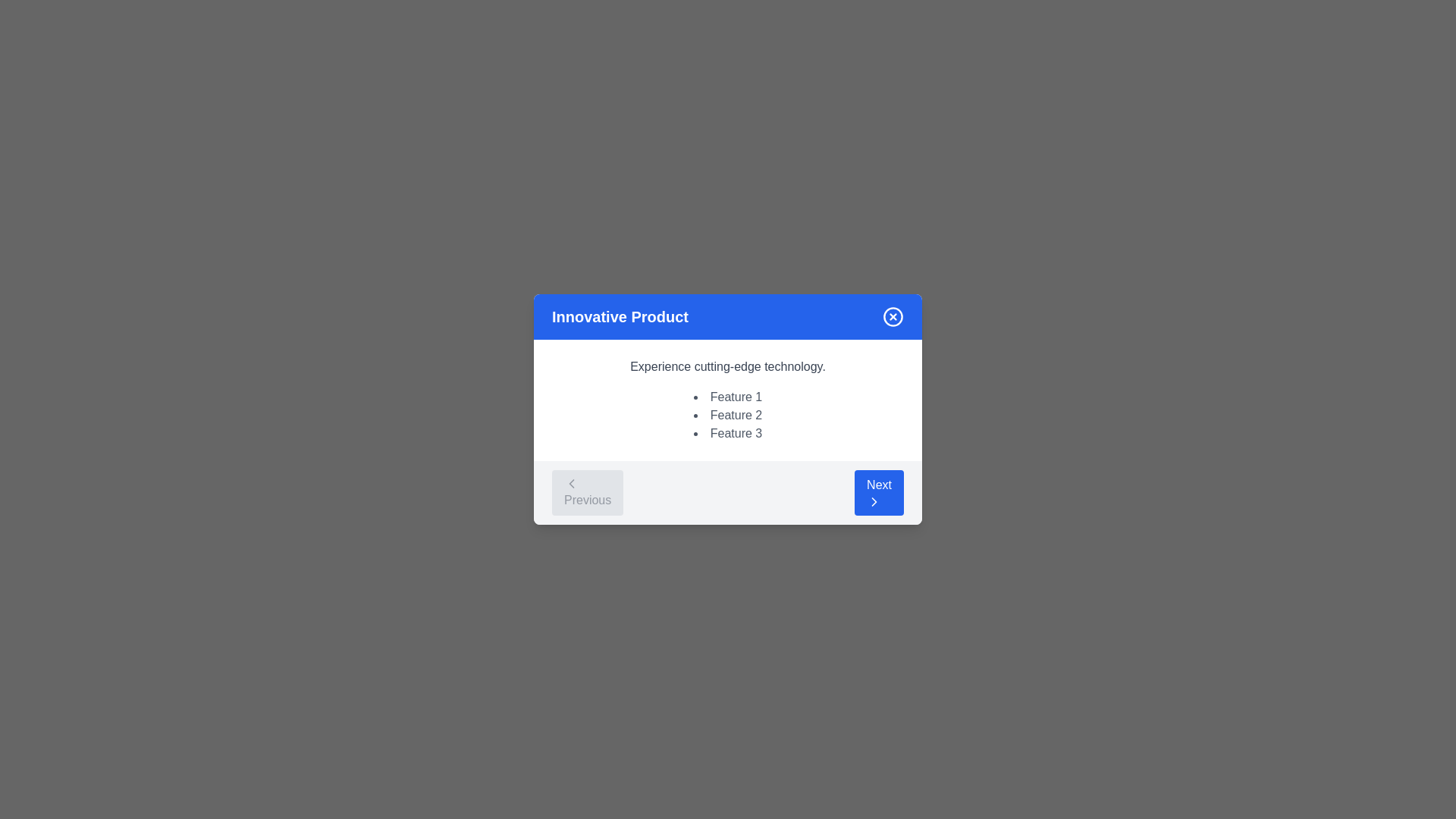 The width and height of the screenshot is (1456, 819). What do you see at coordinates (728, 366) in the screenshot?
I see `the static text element that reads 'Experience cutting-edge technology.' which is styled in gray and positioned centrally above a list of features` at bounding box center [728, 366].